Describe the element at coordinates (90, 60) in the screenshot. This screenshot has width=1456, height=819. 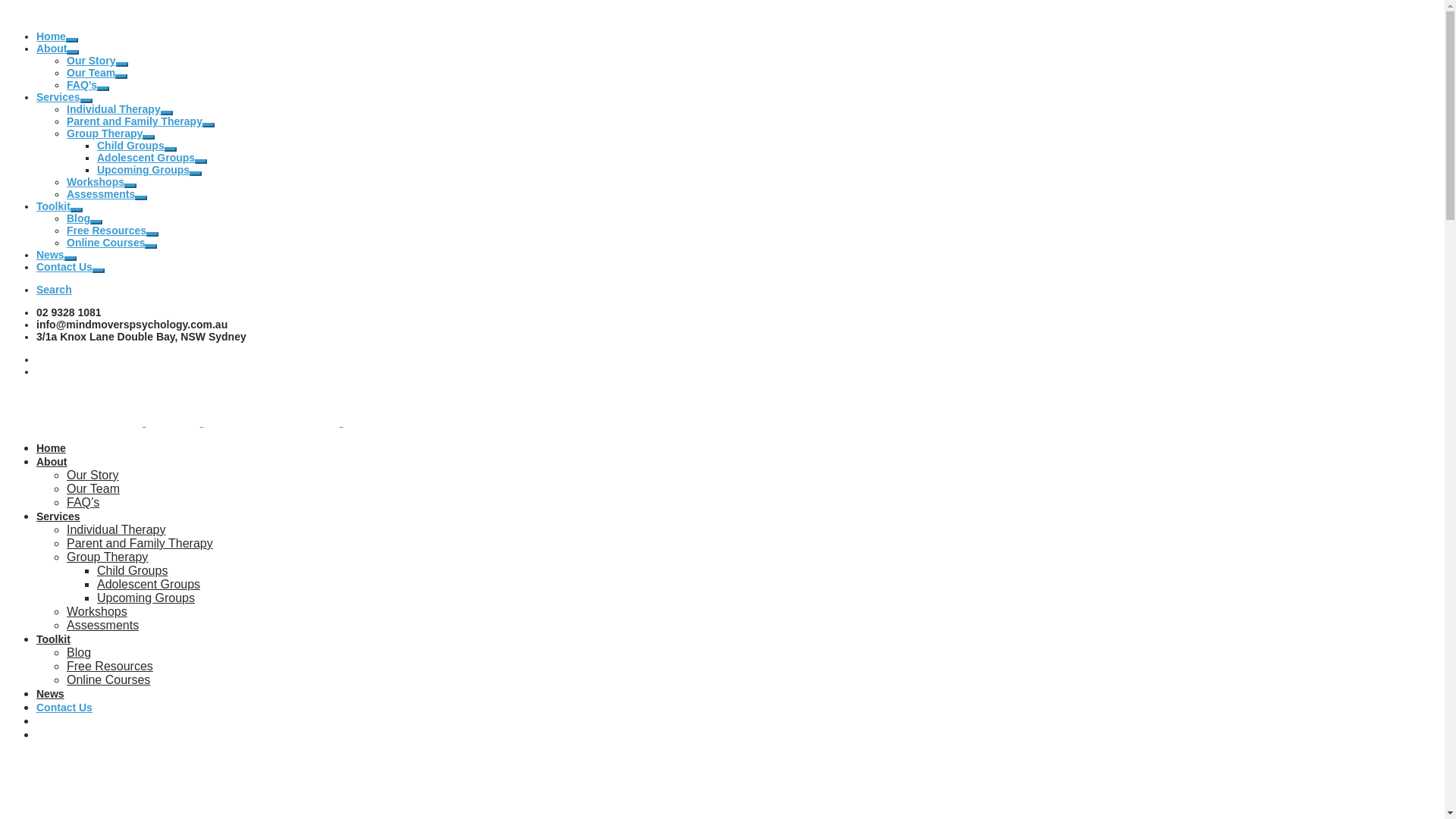
I see `'Our Story'` at that location.